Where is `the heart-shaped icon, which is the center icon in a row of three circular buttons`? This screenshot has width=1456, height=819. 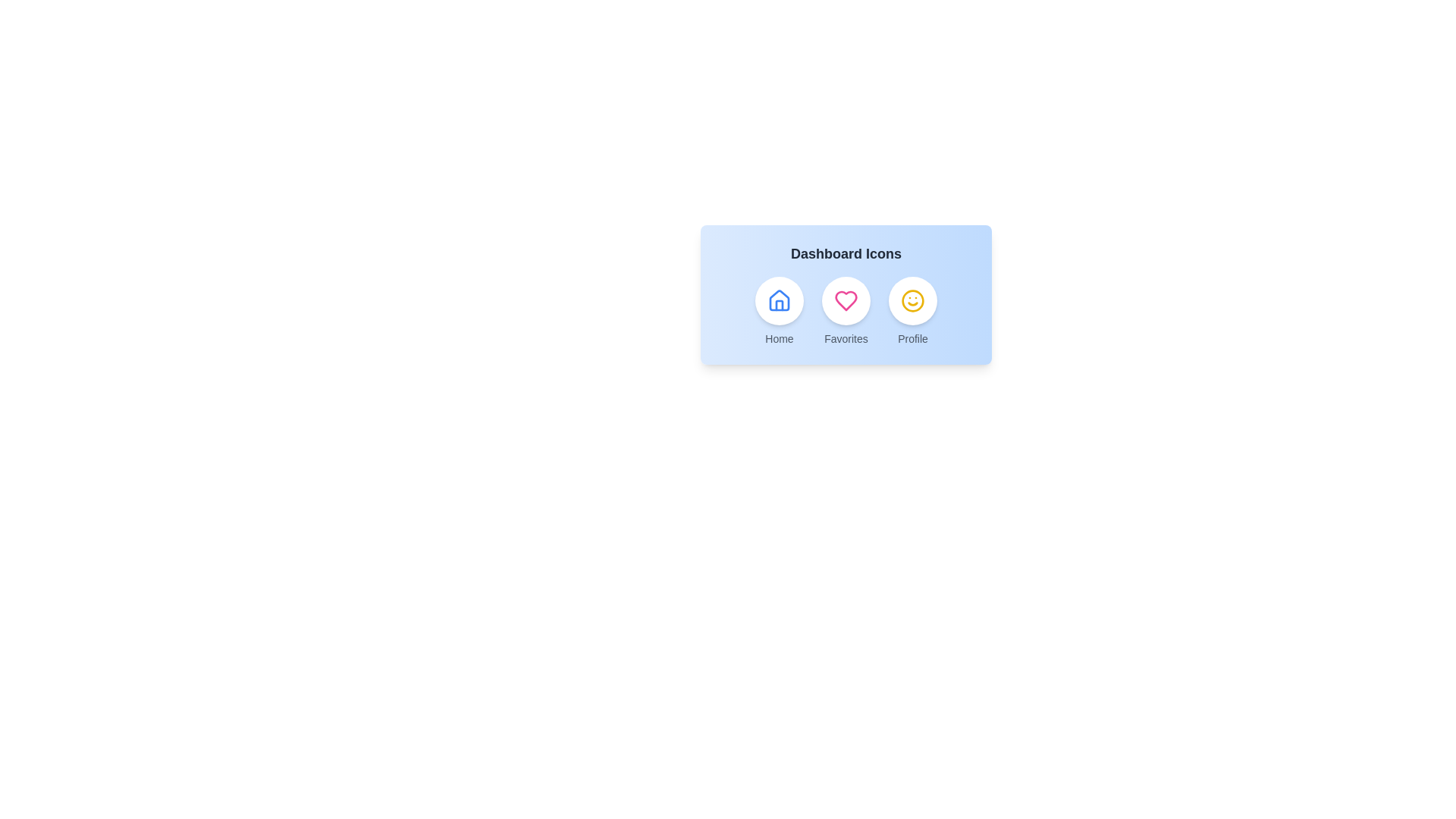 the heart-shaped icon, which is the center icon in a row of three circular buttons is located at coordinates (846, 301).